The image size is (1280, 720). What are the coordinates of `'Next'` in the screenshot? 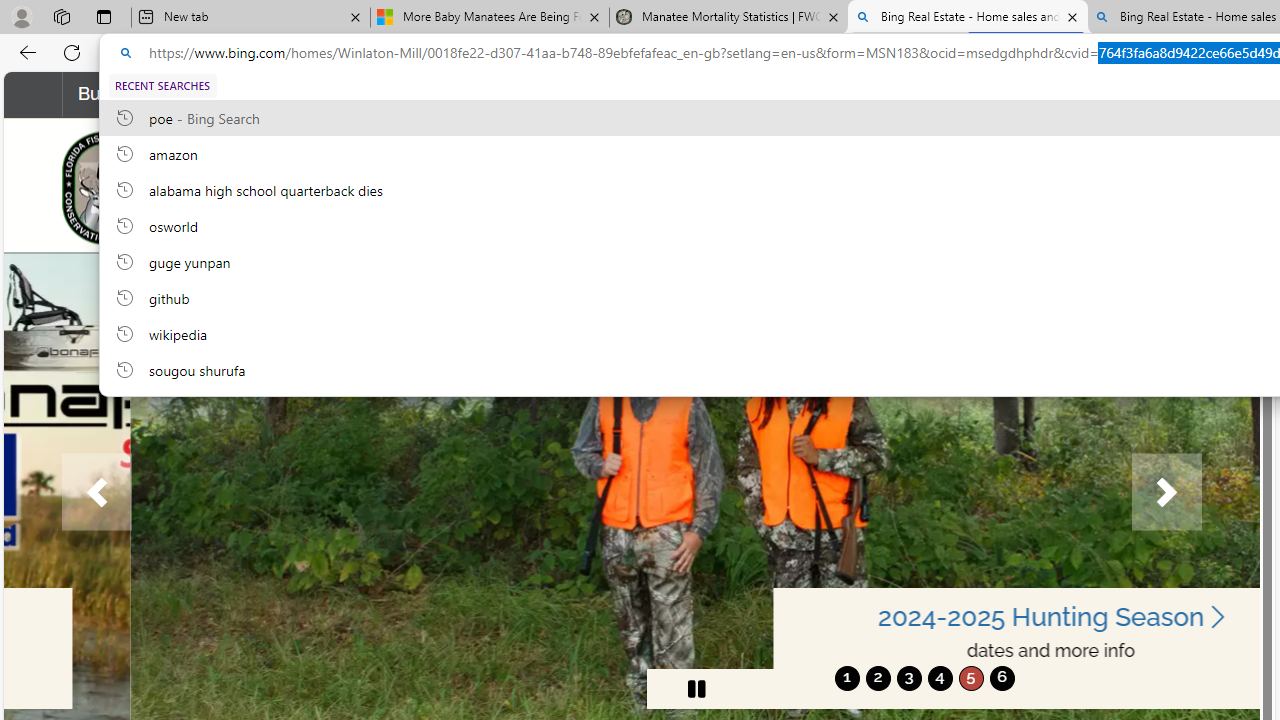 It's located at (1166, 492).